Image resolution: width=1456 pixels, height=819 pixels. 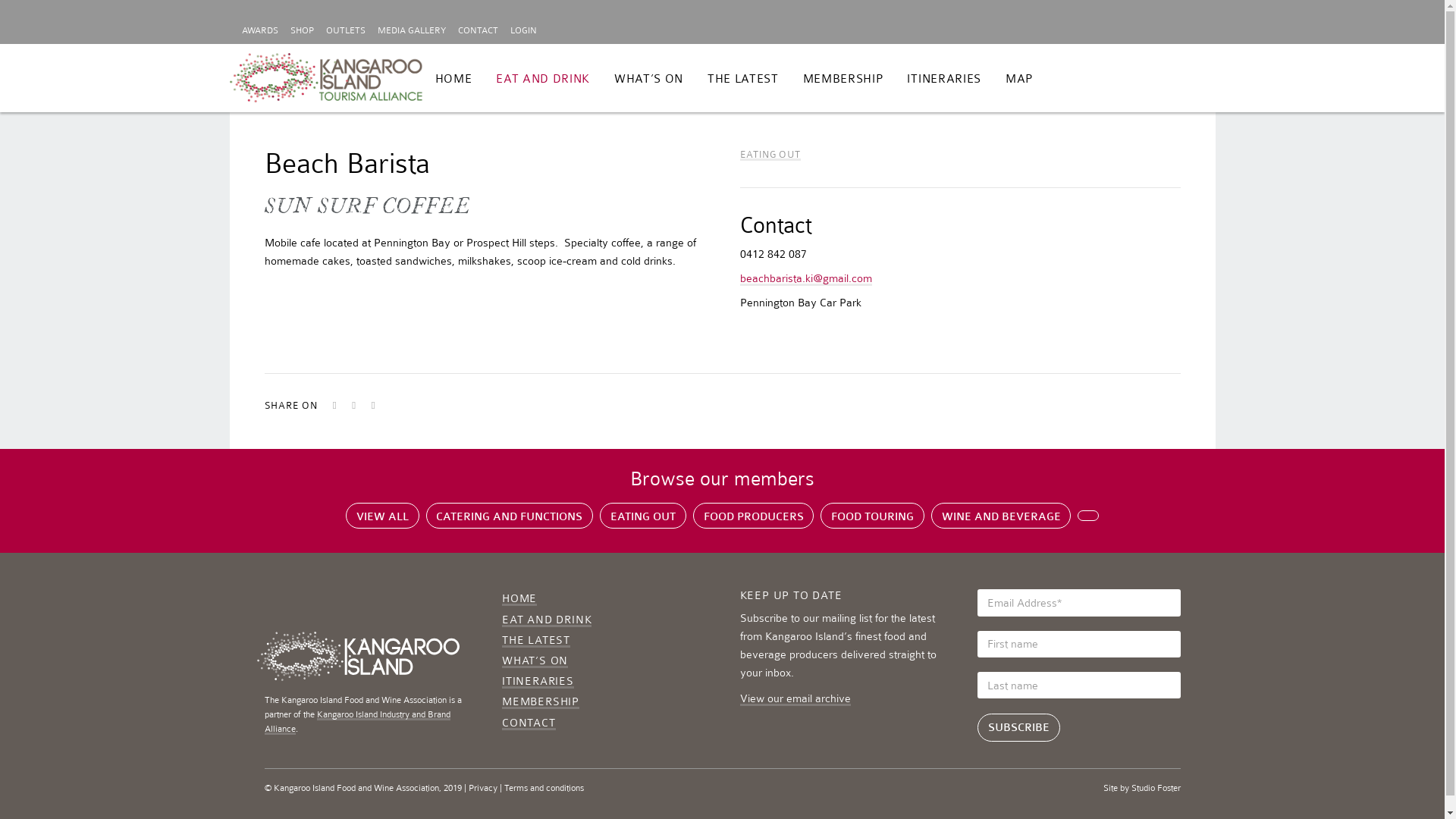 What do you see at coordinates (943, 79) in the screenshot?
I see `'ITINERARIES'` at bounding box center [943, 79].